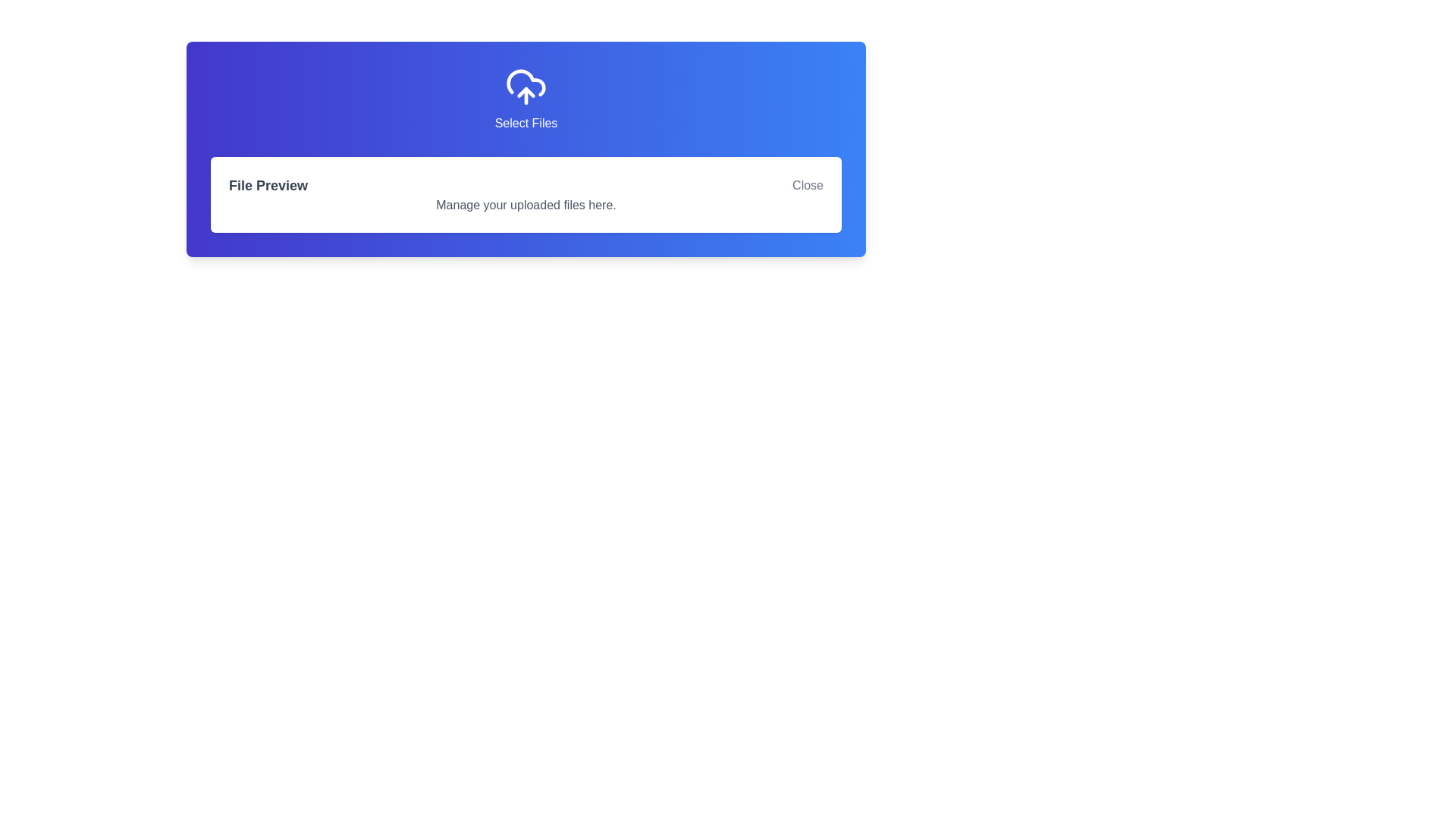 This screenshot has width=1456, height=819. I want to click on the downward-pointing arrow icon that is part of the cloud upload representation at the top-center of the interface, so click(526, 93).